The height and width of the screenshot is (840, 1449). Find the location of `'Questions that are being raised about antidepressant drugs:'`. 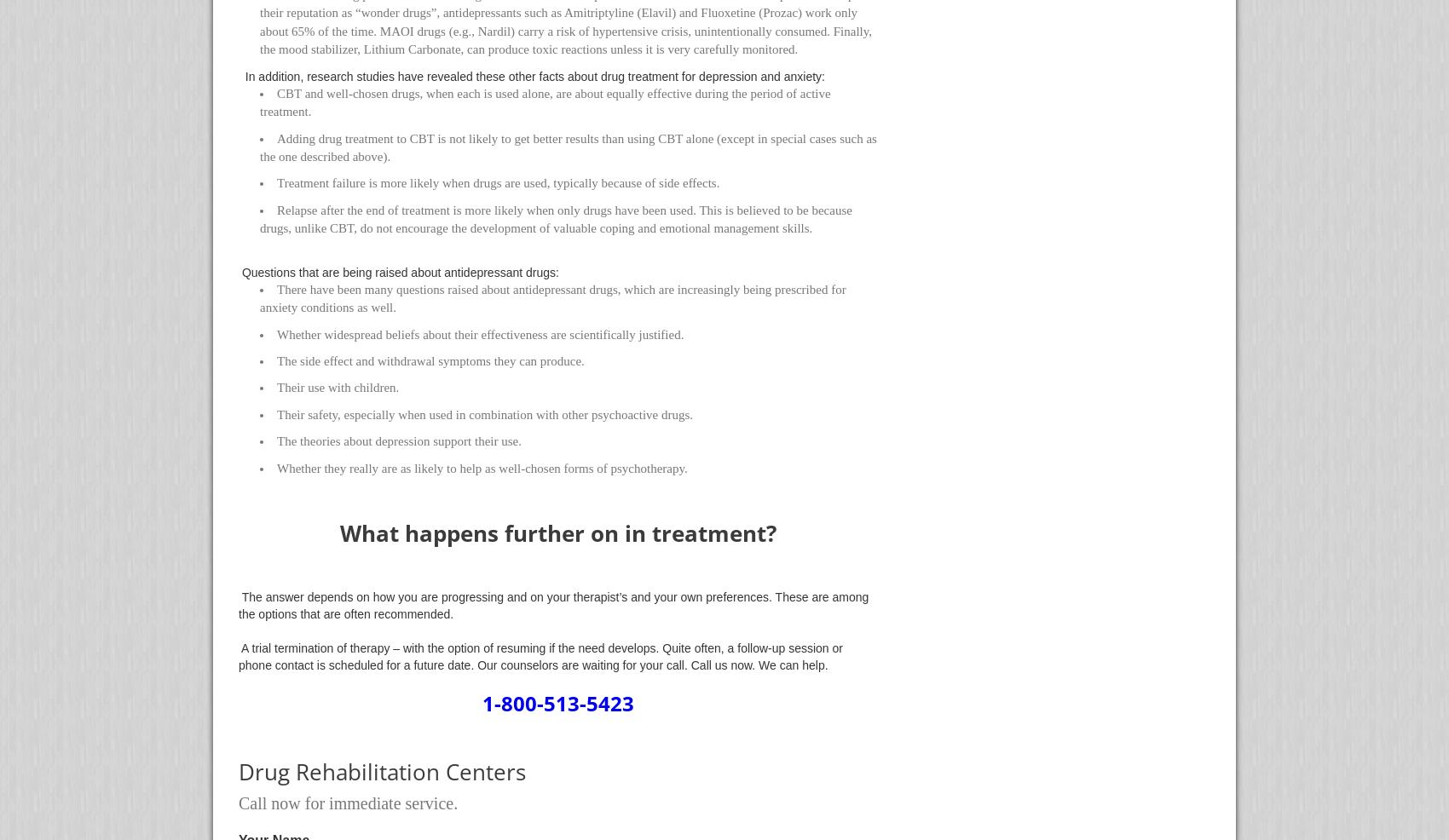

'Questions that are being raised about antidepressant drugs:' is located at coordinates (398, 271).